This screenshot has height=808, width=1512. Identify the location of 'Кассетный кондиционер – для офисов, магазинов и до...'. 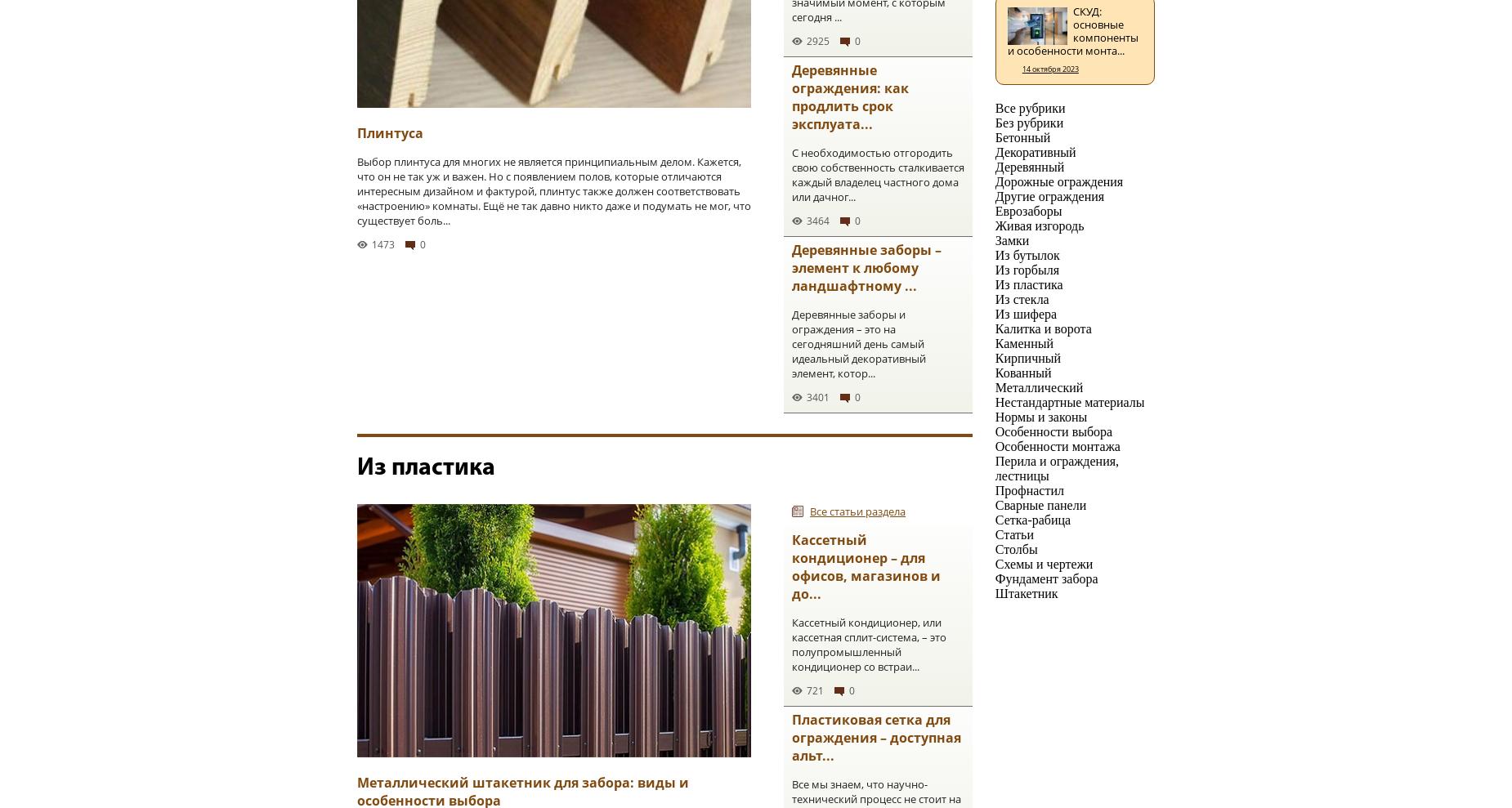
(866, 565).